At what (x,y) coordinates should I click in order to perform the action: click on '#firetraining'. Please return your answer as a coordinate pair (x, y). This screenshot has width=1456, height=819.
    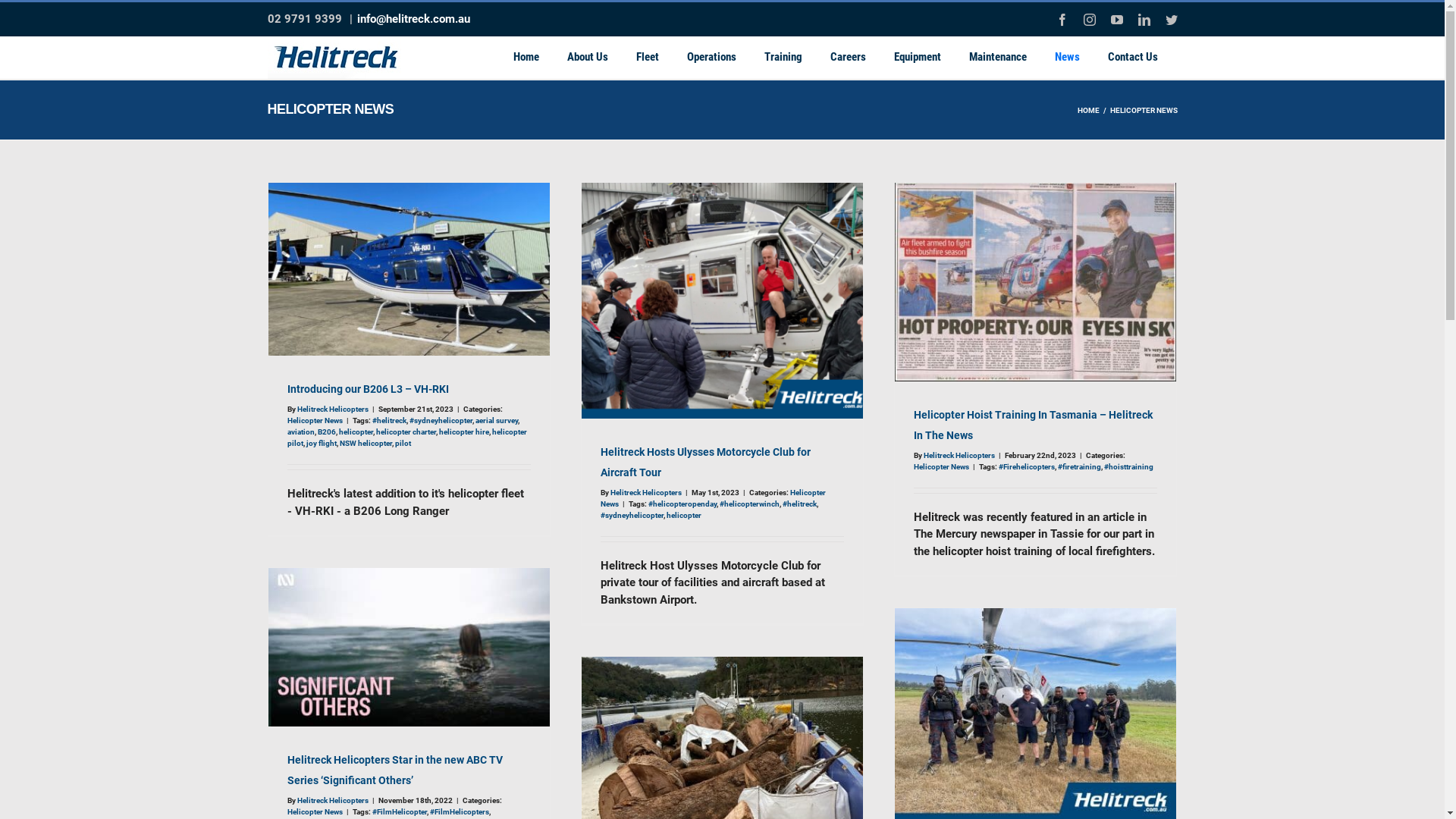
    Looking at the image, I should click on (1056, 466).